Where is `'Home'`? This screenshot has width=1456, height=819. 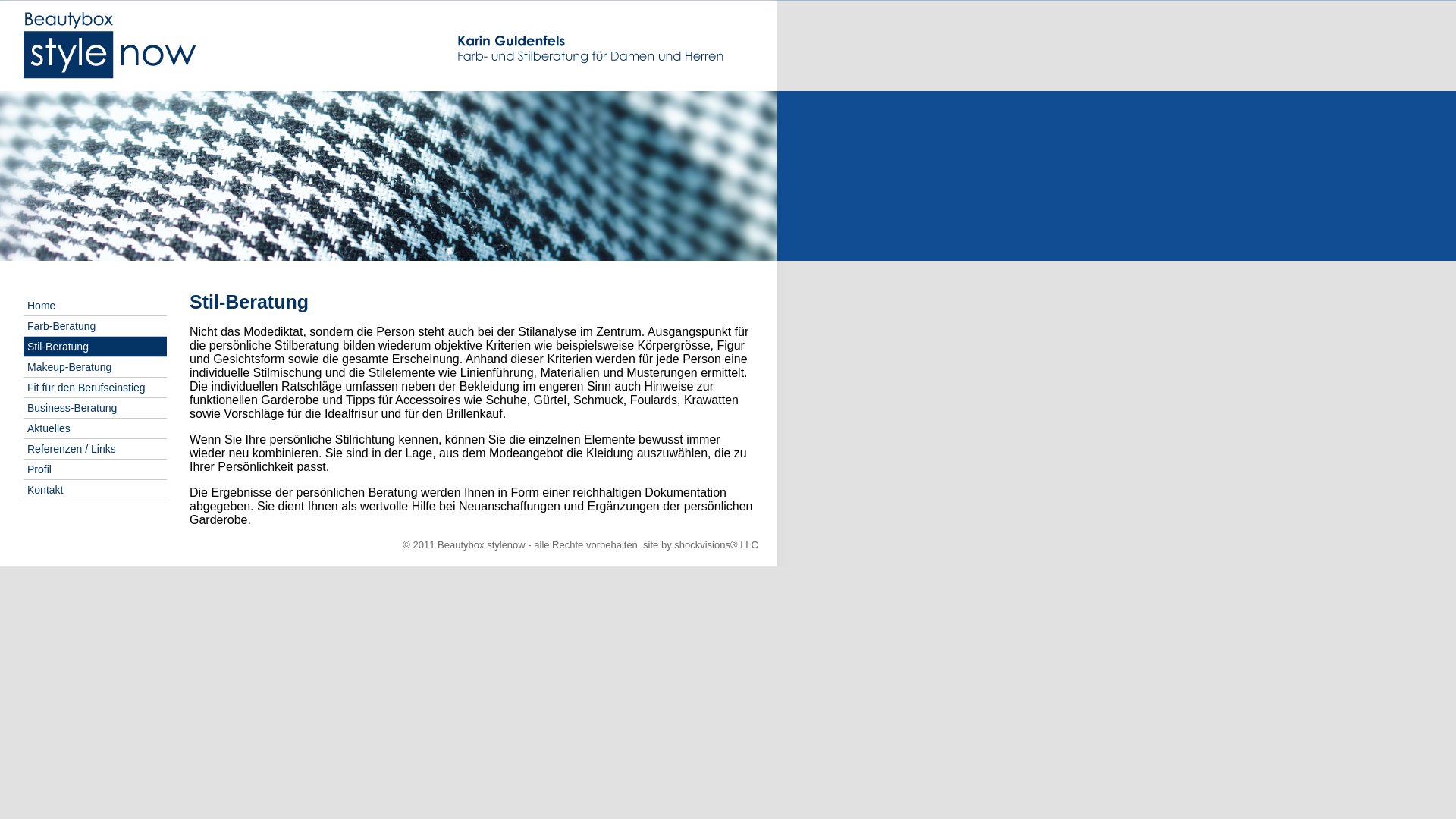 'Home' is located at coordinates (94, 306).